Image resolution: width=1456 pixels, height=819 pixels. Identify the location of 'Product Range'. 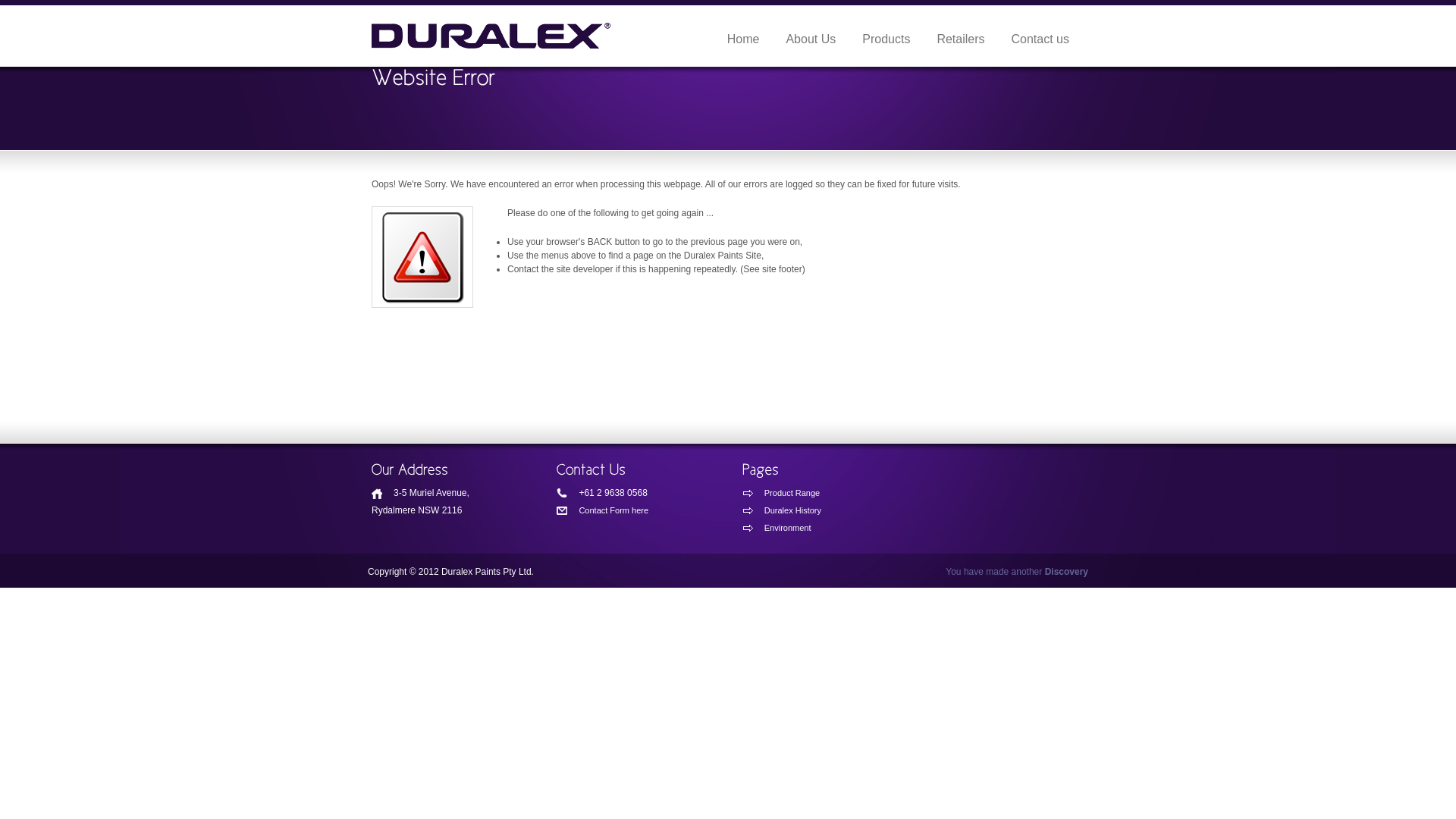
(805, 493).